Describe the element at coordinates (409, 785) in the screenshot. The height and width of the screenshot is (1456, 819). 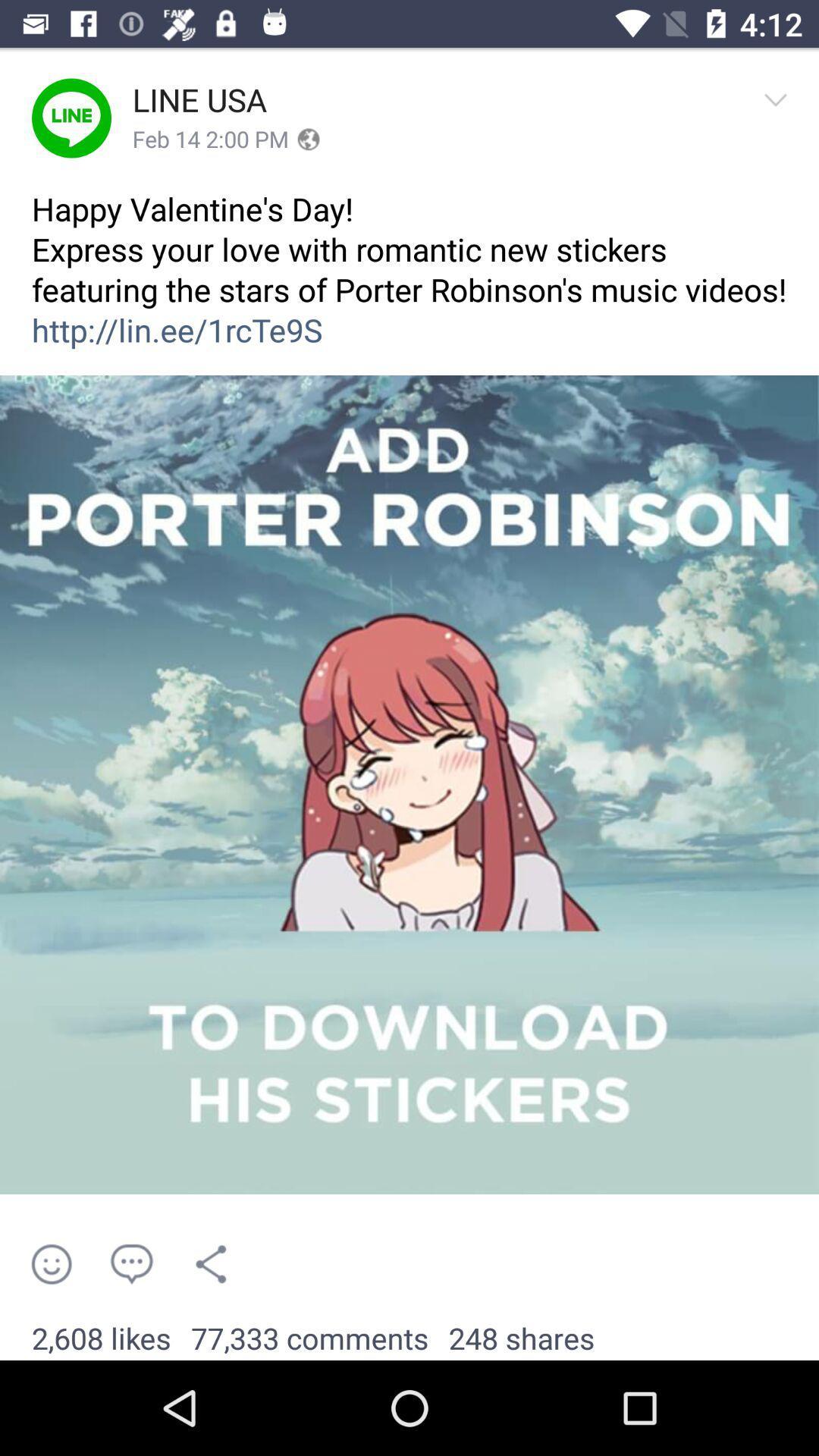
I see `the icon at the center` at that location.